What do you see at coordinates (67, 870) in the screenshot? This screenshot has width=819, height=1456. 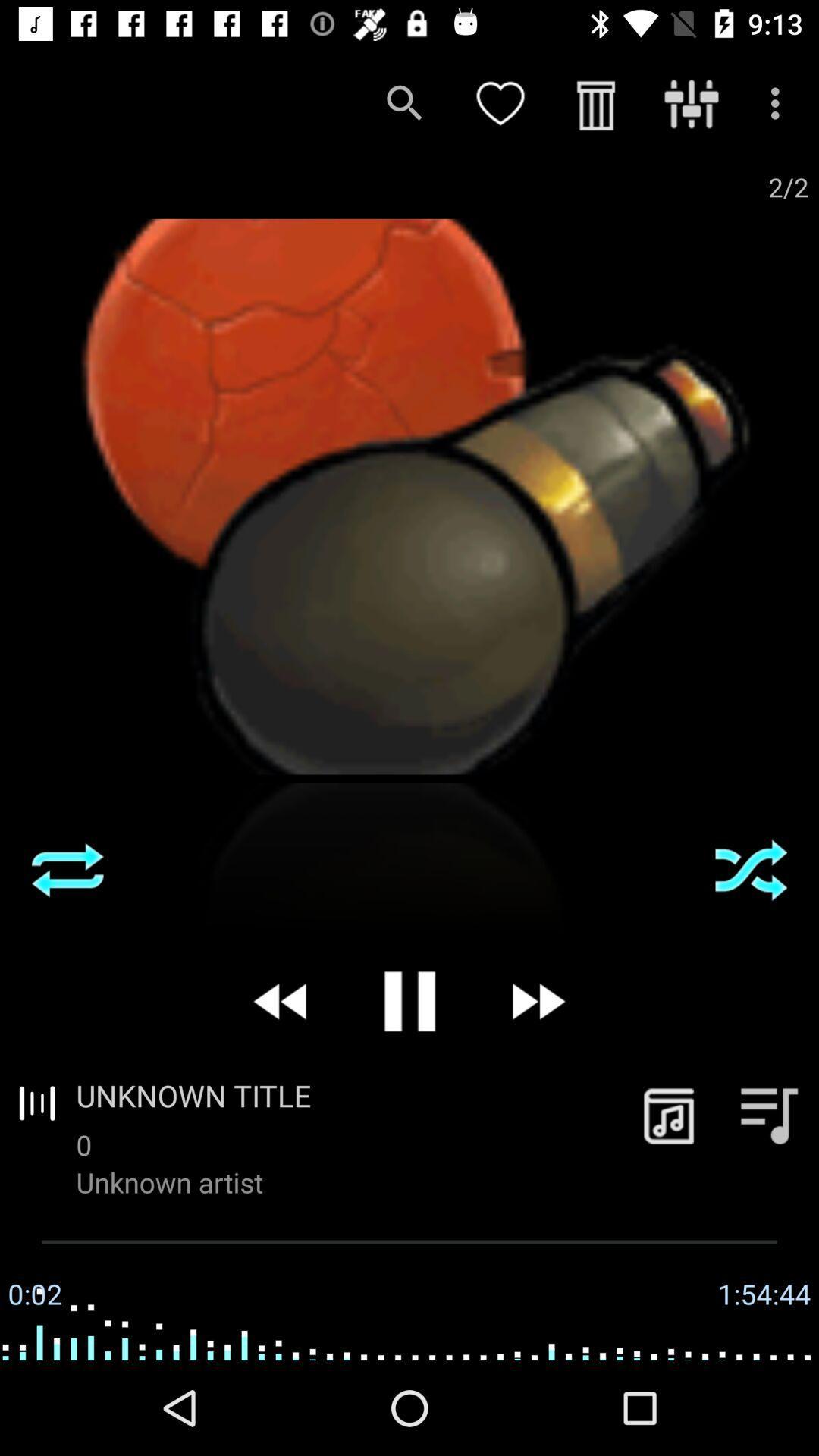 I see `i dont know` at bounding box center [67, 870].